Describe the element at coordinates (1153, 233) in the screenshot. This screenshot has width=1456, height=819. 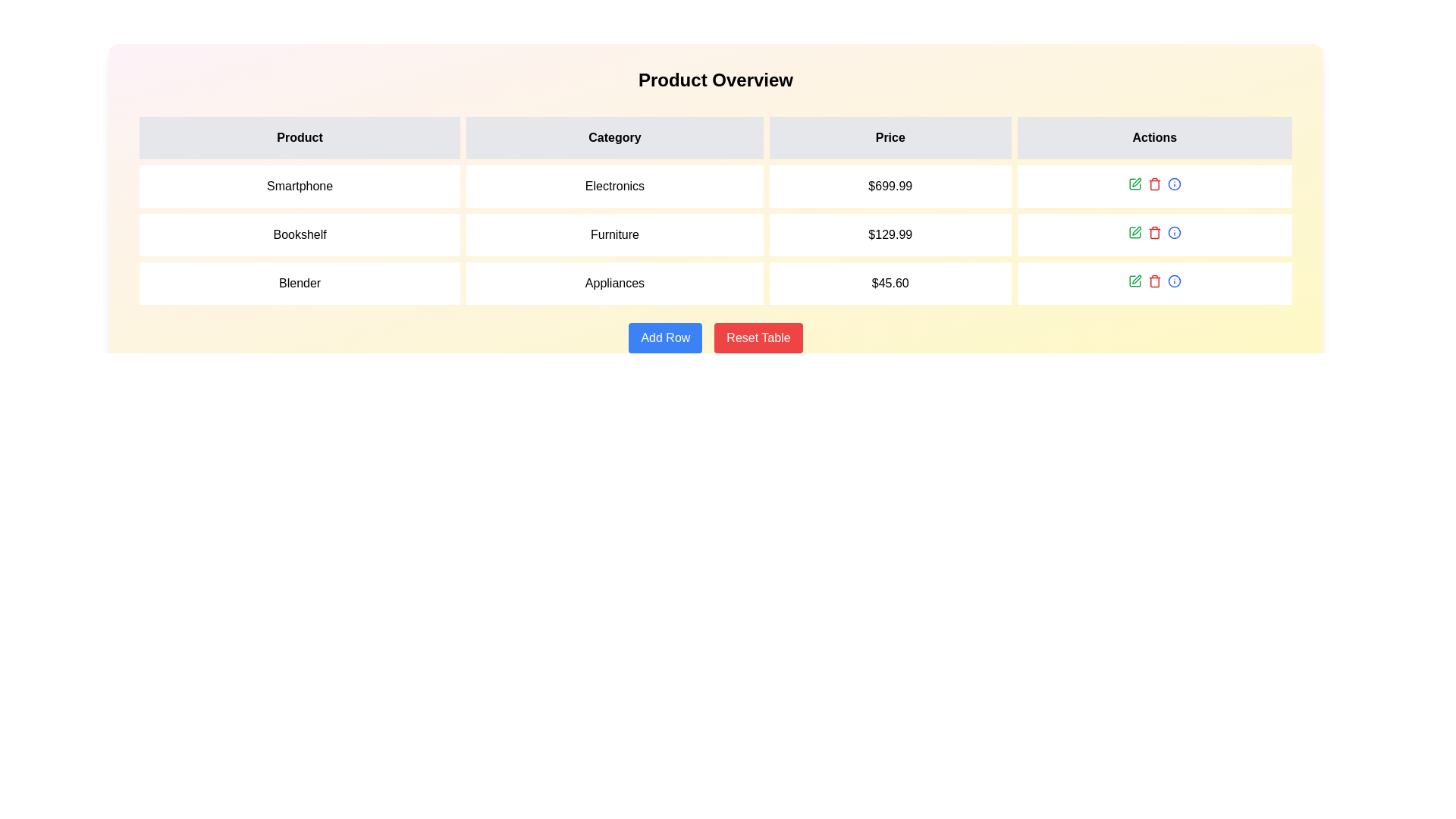
I see `the second icon from the left in the 'Actions' column of the second row in the data table, which is designated for item deletion` at that location.